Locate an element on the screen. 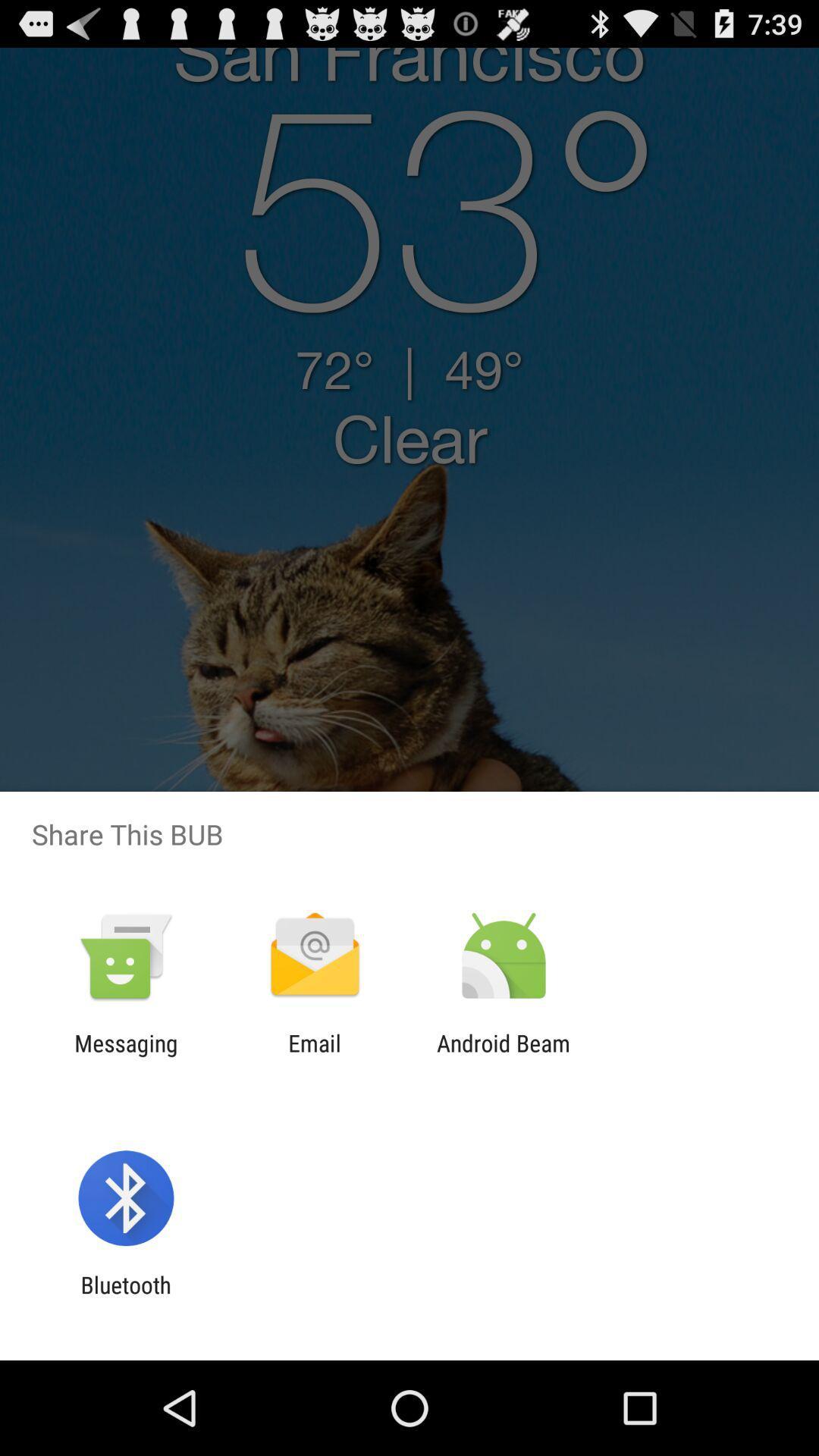 Image resolution: width=819 pixels, height=1456 pixels. the icon to the right of email icon is located at coordinates (504, 1056).